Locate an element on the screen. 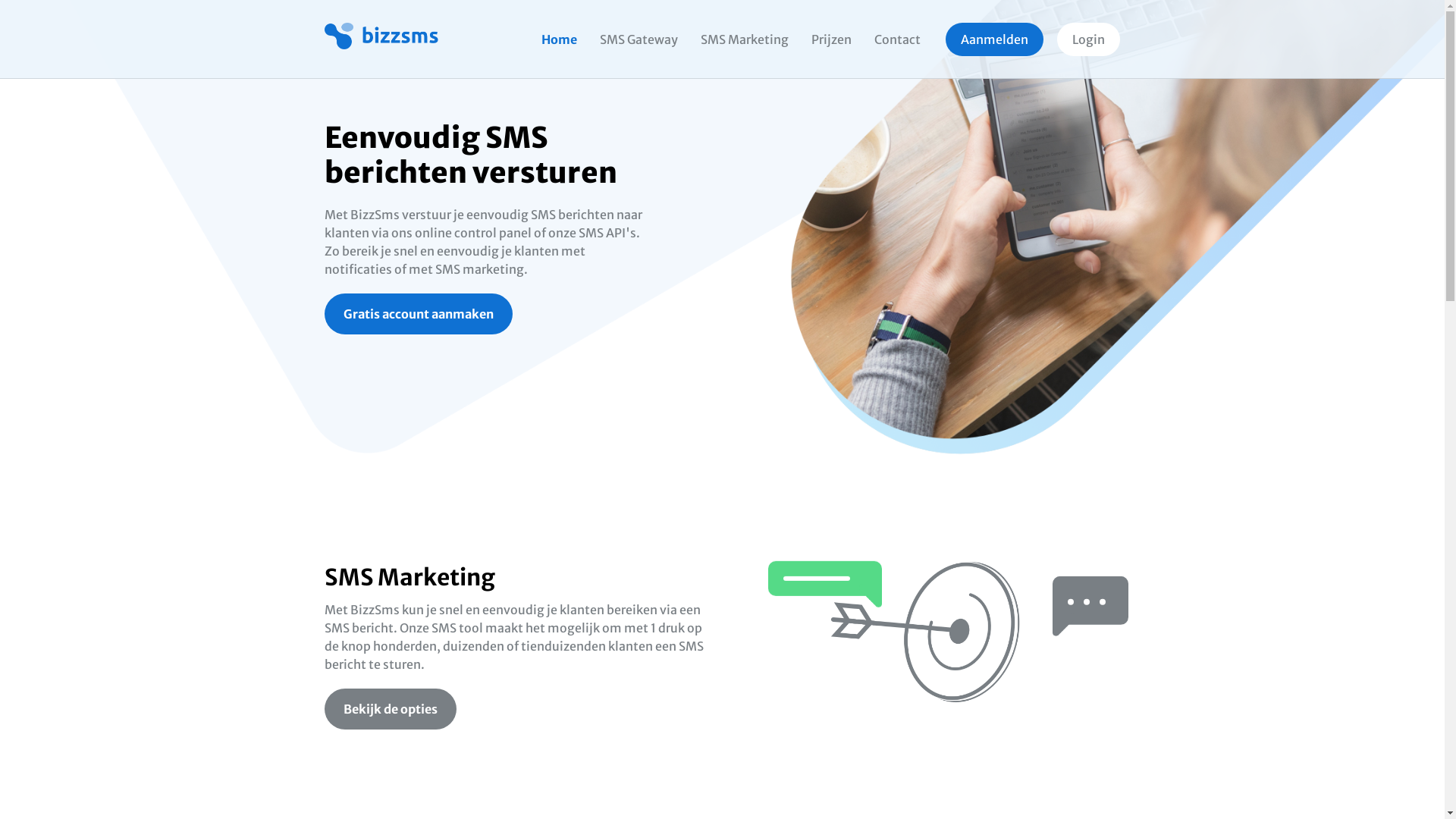  'SMS Marketing' is located at coordinates (688, 38).